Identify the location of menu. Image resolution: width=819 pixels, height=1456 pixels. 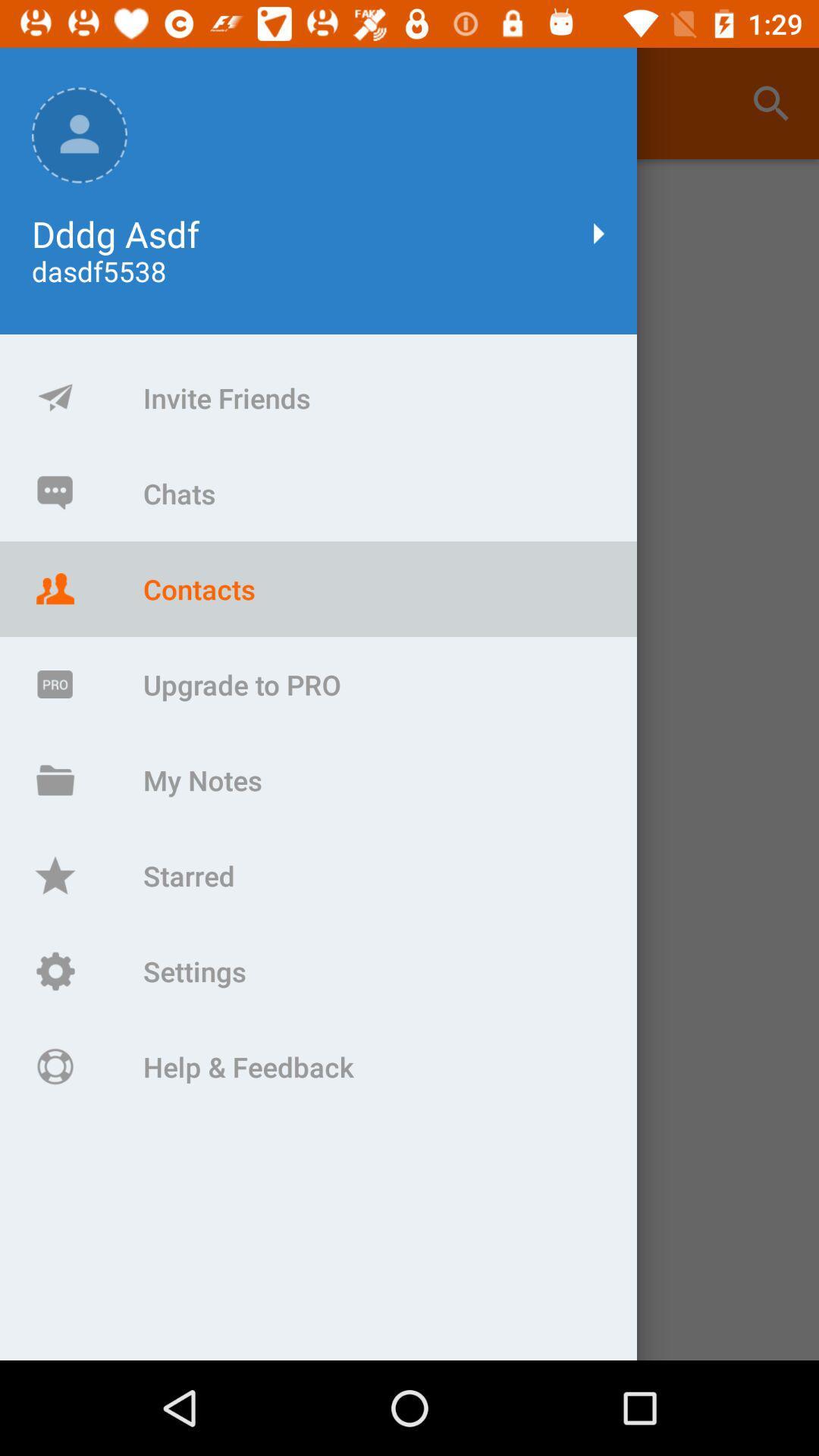
(409, 760).